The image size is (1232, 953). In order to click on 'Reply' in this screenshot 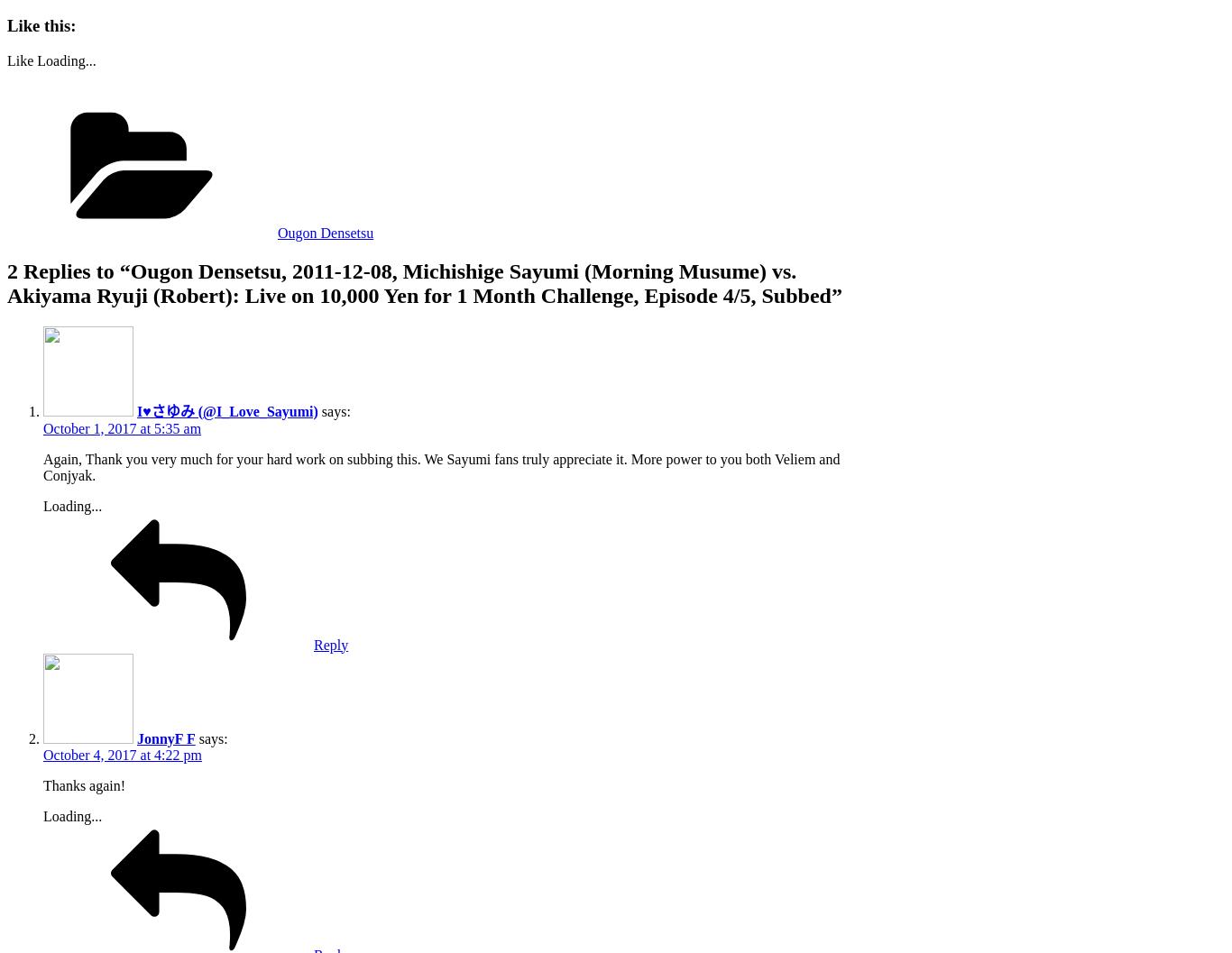, I will do `click(330, 643)`.